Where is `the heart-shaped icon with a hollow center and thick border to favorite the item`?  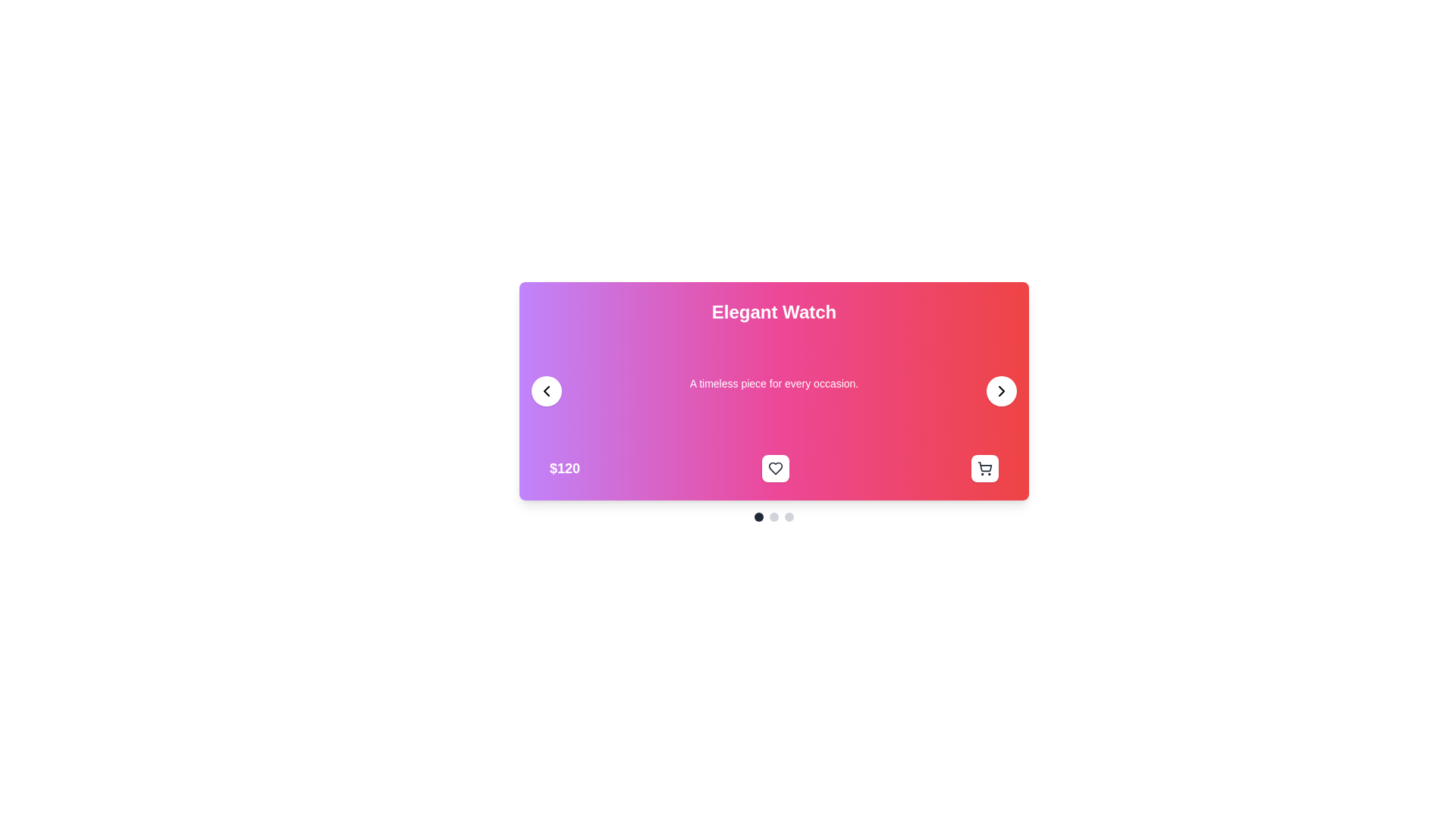 the heart-shaped icon with a hollow center and thick border to favorite the item is located at coordinates (775, 467).